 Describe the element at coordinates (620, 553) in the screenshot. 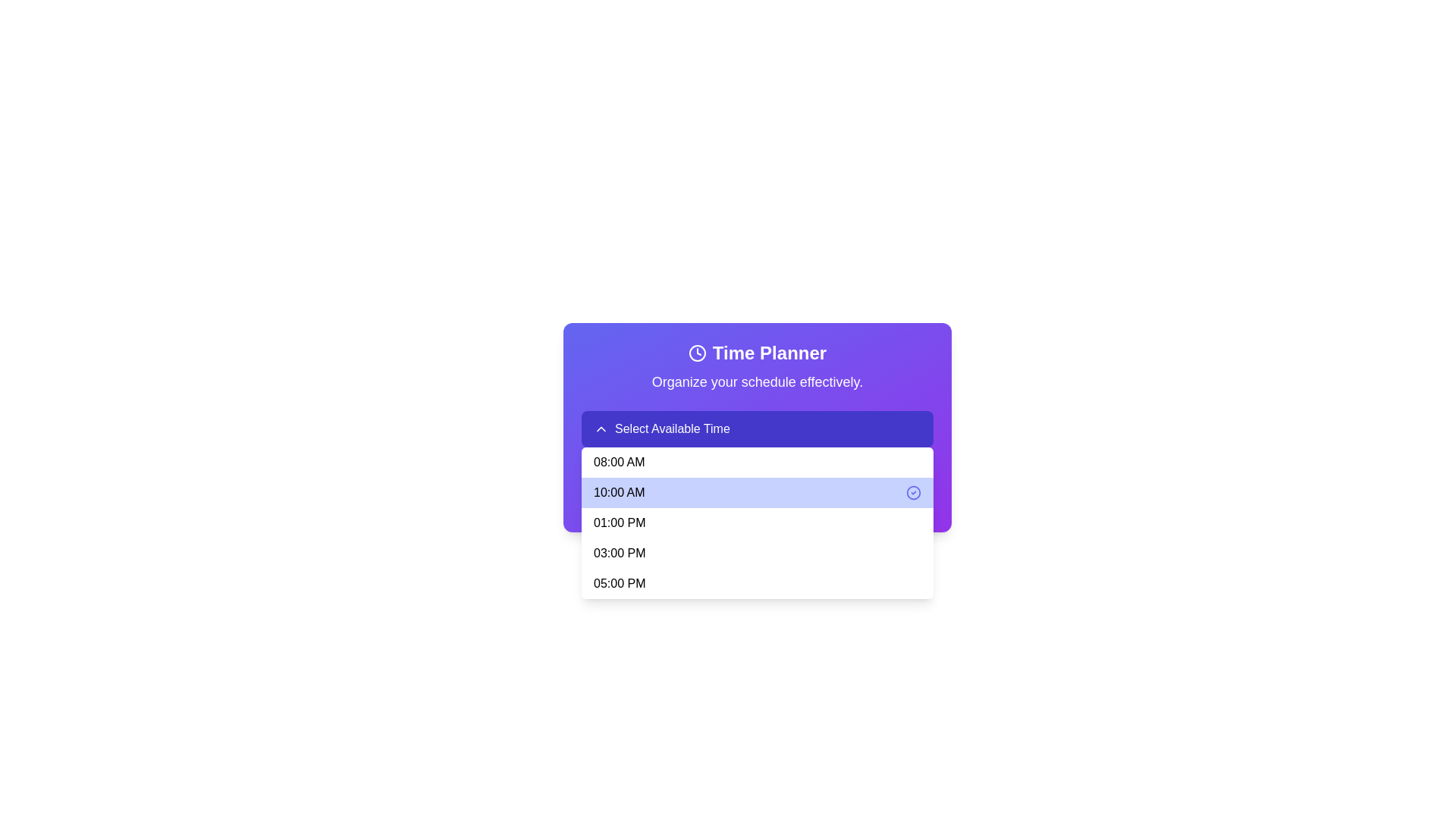

I see `the '03:00 PM' time selection option in the dropdown menu under the 'Select Available Time' section` at that location.